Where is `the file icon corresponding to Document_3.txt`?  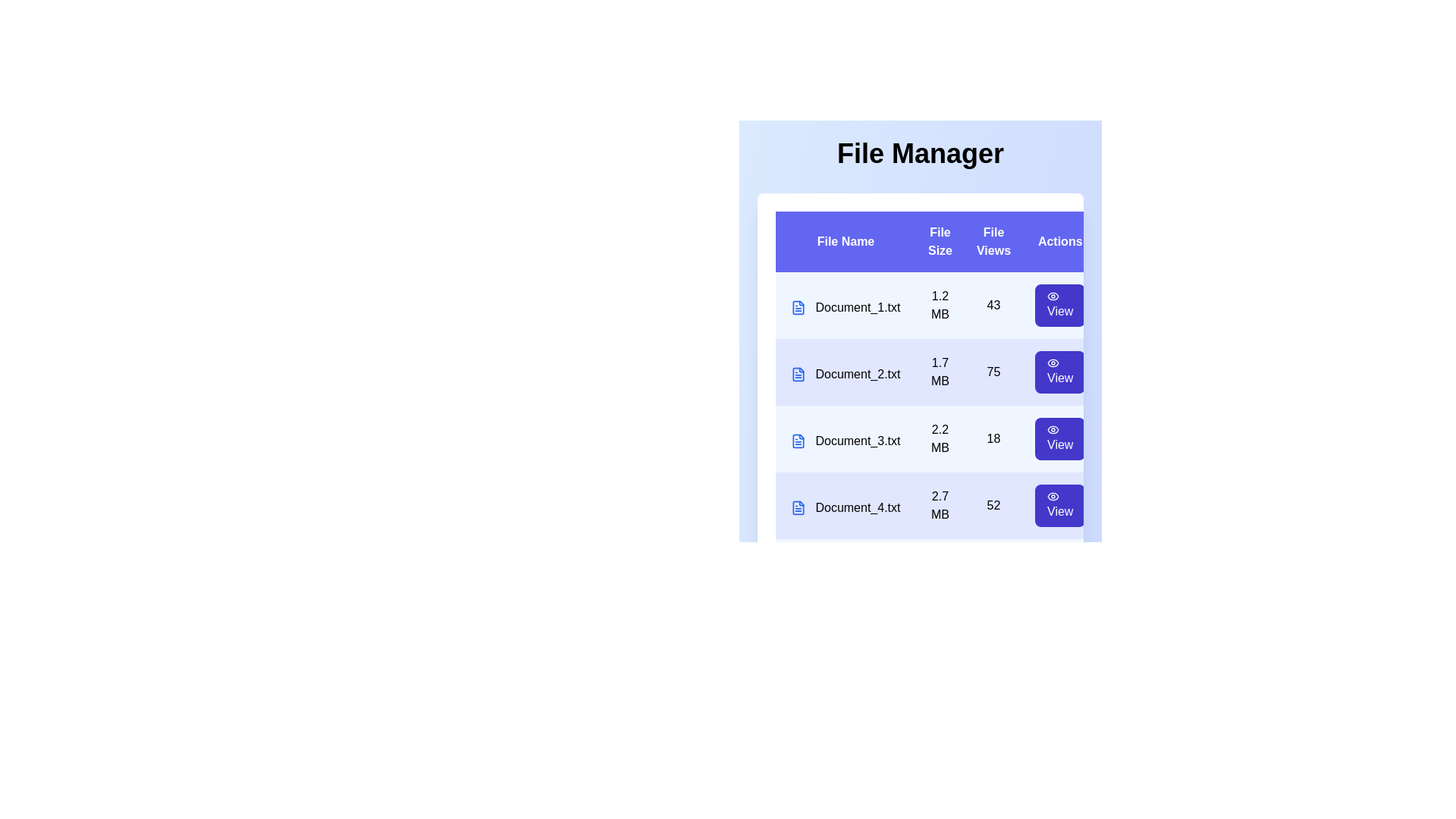 the file icon corresponding to Document_3.txt is located at coordinates (797, 441).